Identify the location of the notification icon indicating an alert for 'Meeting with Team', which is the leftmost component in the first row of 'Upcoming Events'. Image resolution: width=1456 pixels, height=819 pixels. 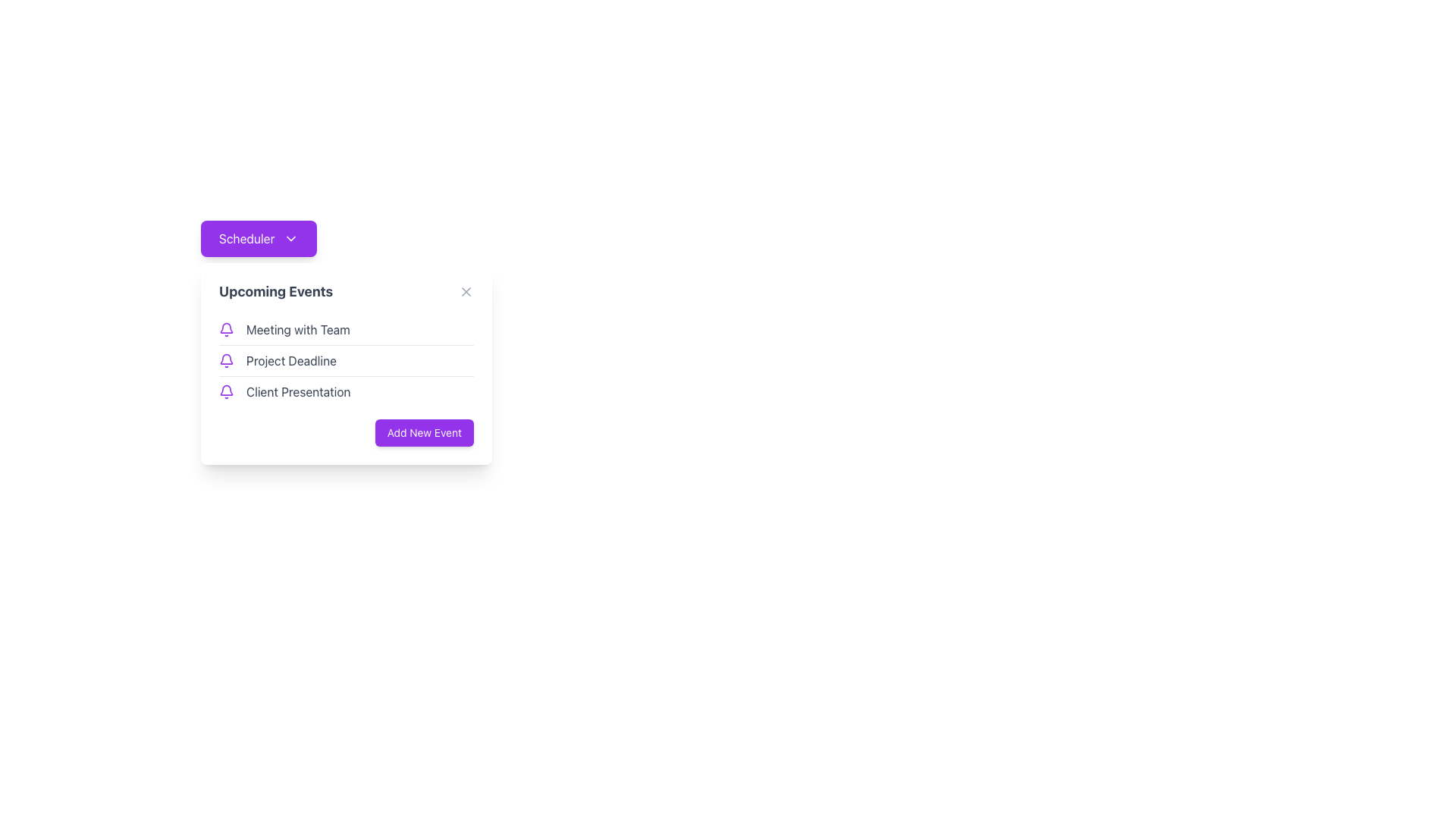
(225, 329).